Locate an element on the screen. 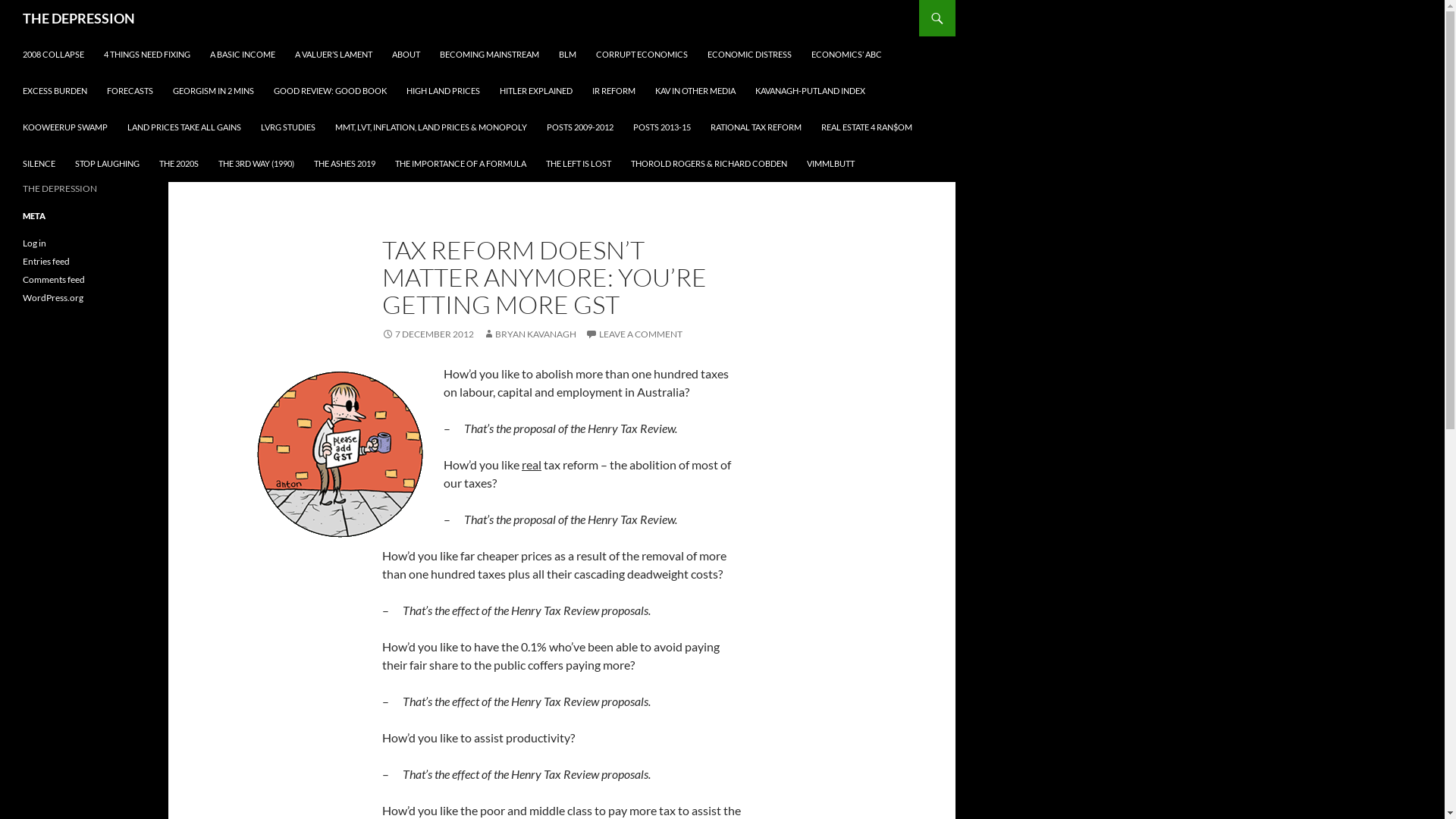 This screenshot has width=1456, height=819. 'POSTS 2013-15' is located at coordinates (662, 127).